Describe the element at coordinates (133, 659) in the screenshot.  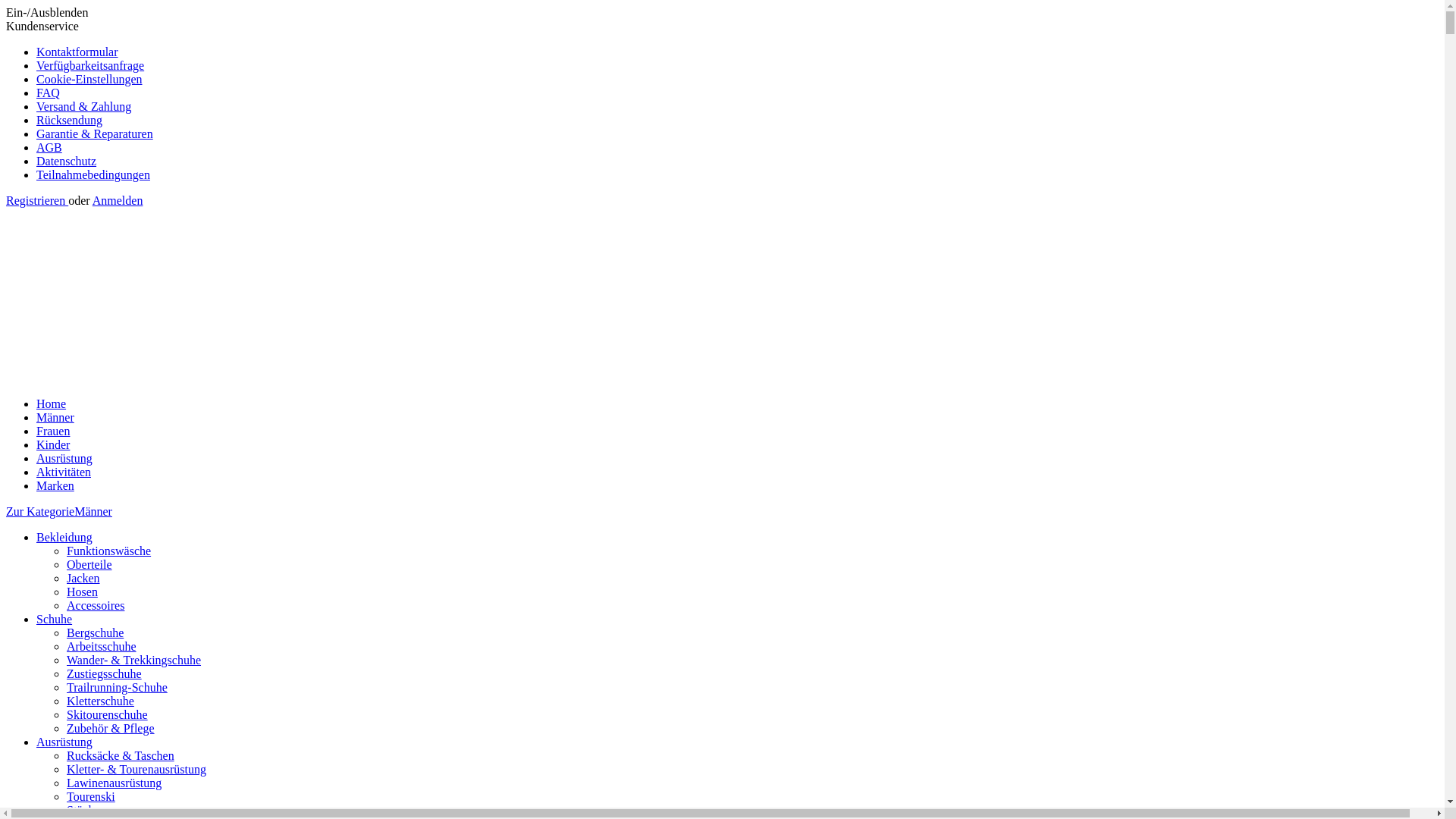
I see `'Wander- & Trekkingschuhe'` at that location.